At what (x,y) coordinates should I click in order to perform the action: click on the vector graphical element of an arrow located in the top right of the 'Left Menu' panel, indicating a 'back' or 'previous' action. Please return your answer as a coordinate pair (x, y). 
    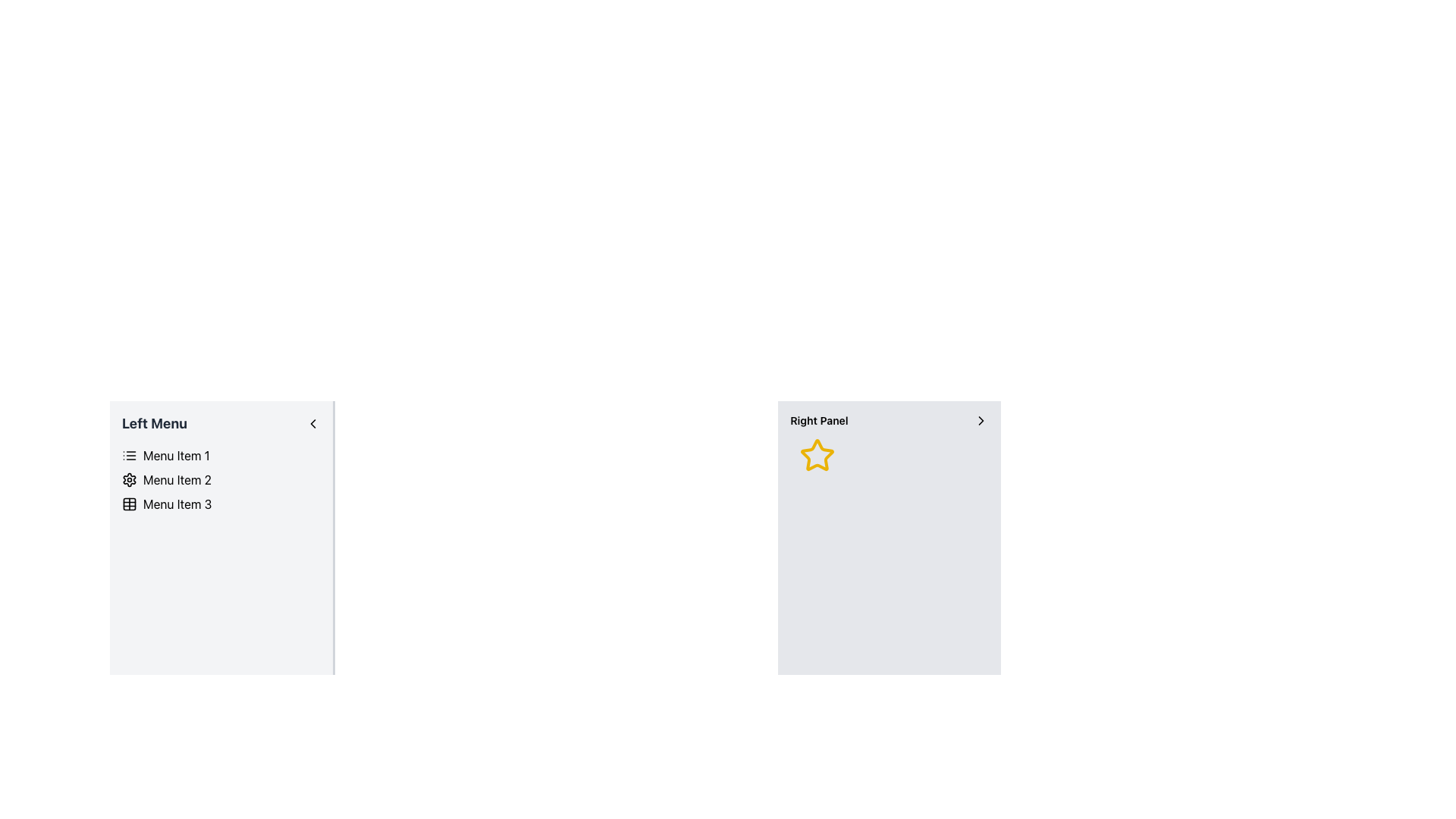
    Looking at the image, I should click on (312, 424).